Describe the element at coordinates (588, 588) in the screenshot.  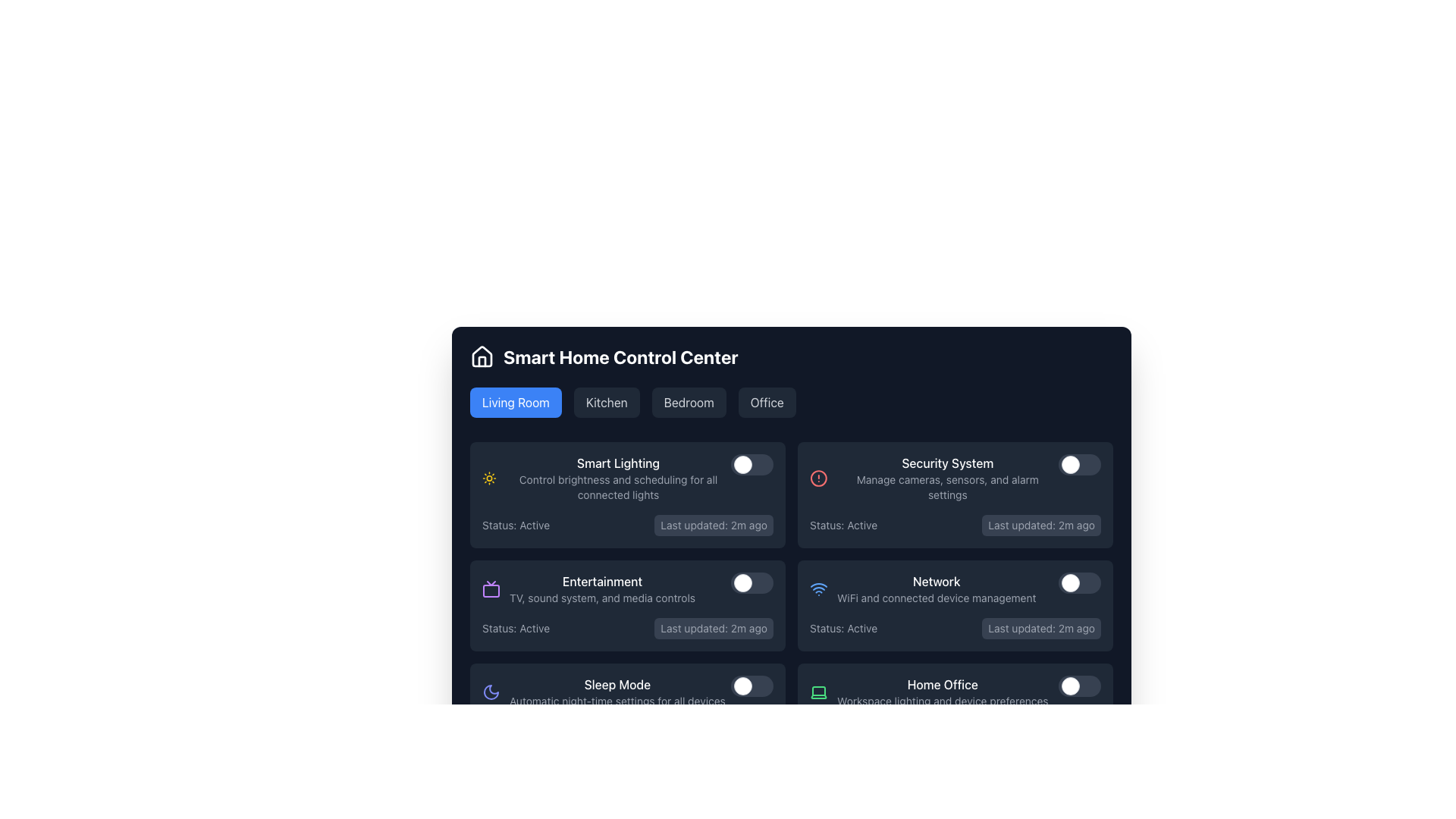
I see `the informational block titled 'Entertainment' with a TV icon on the left, which includes a description about media controls` at that location.